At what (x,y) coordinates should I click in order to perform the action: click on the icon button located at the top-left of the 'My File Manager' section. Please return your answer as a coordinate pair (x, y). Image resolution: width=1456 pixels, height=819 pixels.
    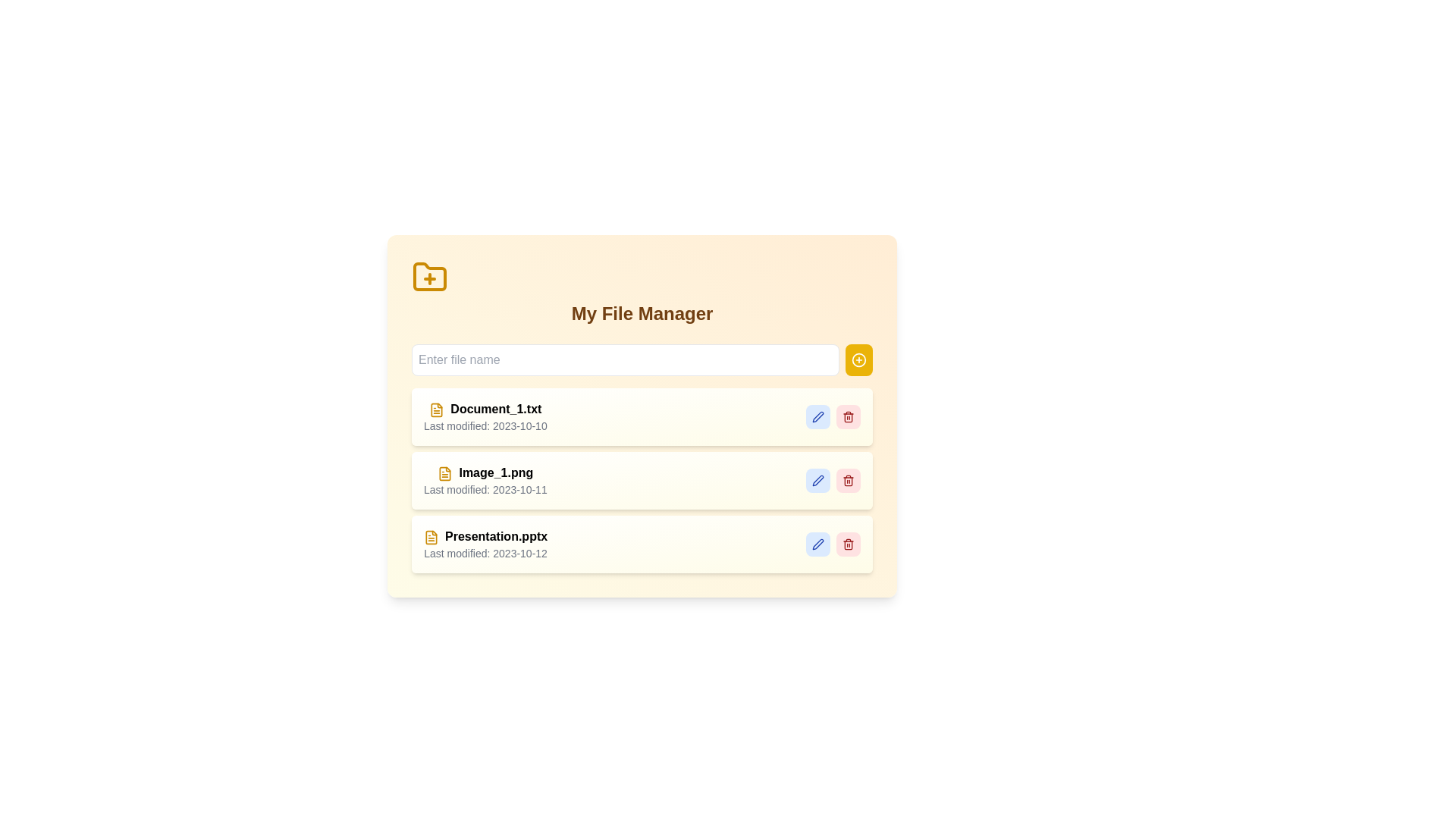
    Looking at the image, I should click on (428, 278).